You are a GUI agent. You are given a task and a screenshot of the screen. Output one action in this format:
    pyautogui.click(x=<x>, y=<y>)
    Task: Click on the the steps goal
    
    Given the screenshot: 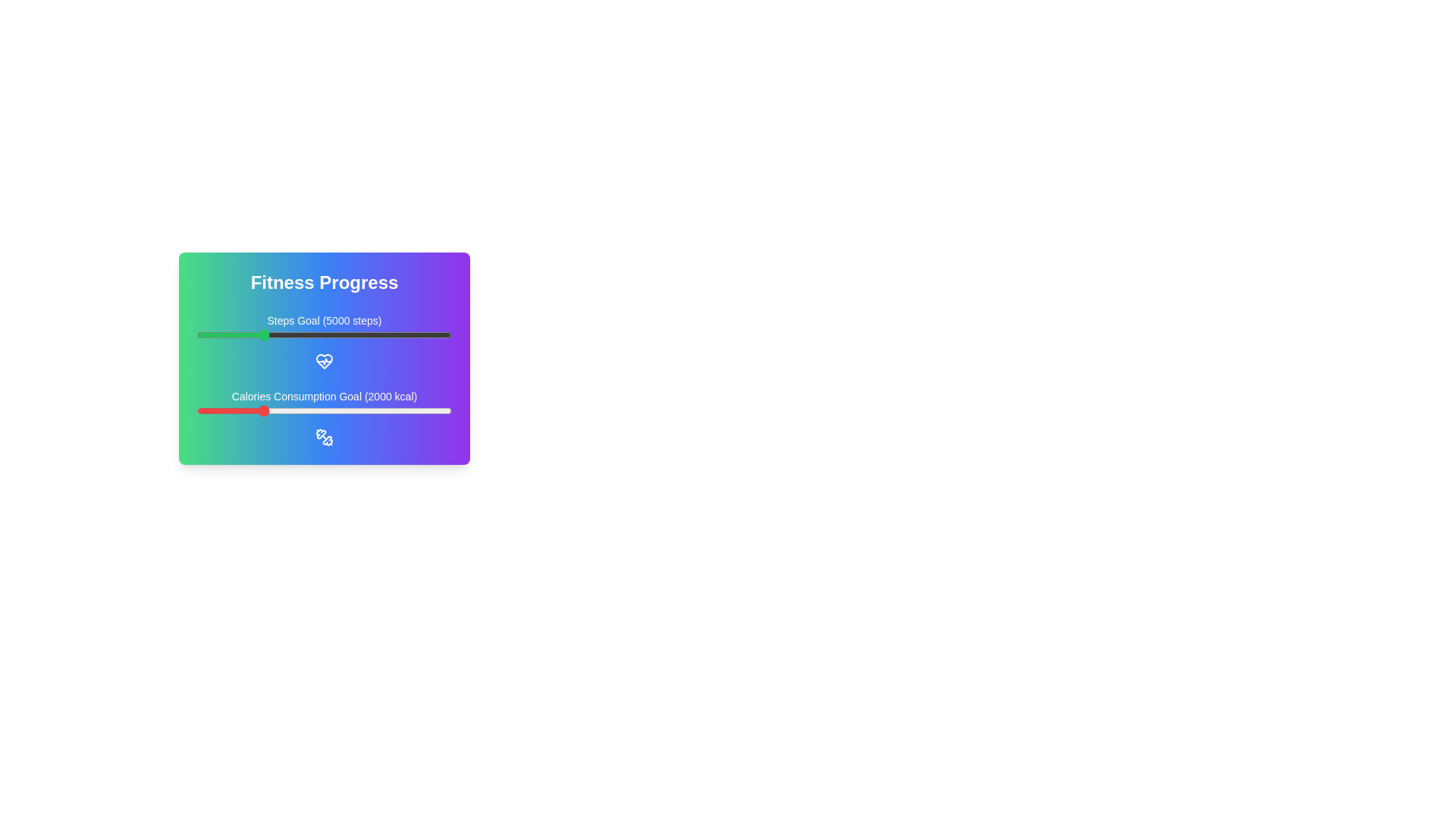 What is the action you would take?
    pyautogui.click(x=425, y=334)
    